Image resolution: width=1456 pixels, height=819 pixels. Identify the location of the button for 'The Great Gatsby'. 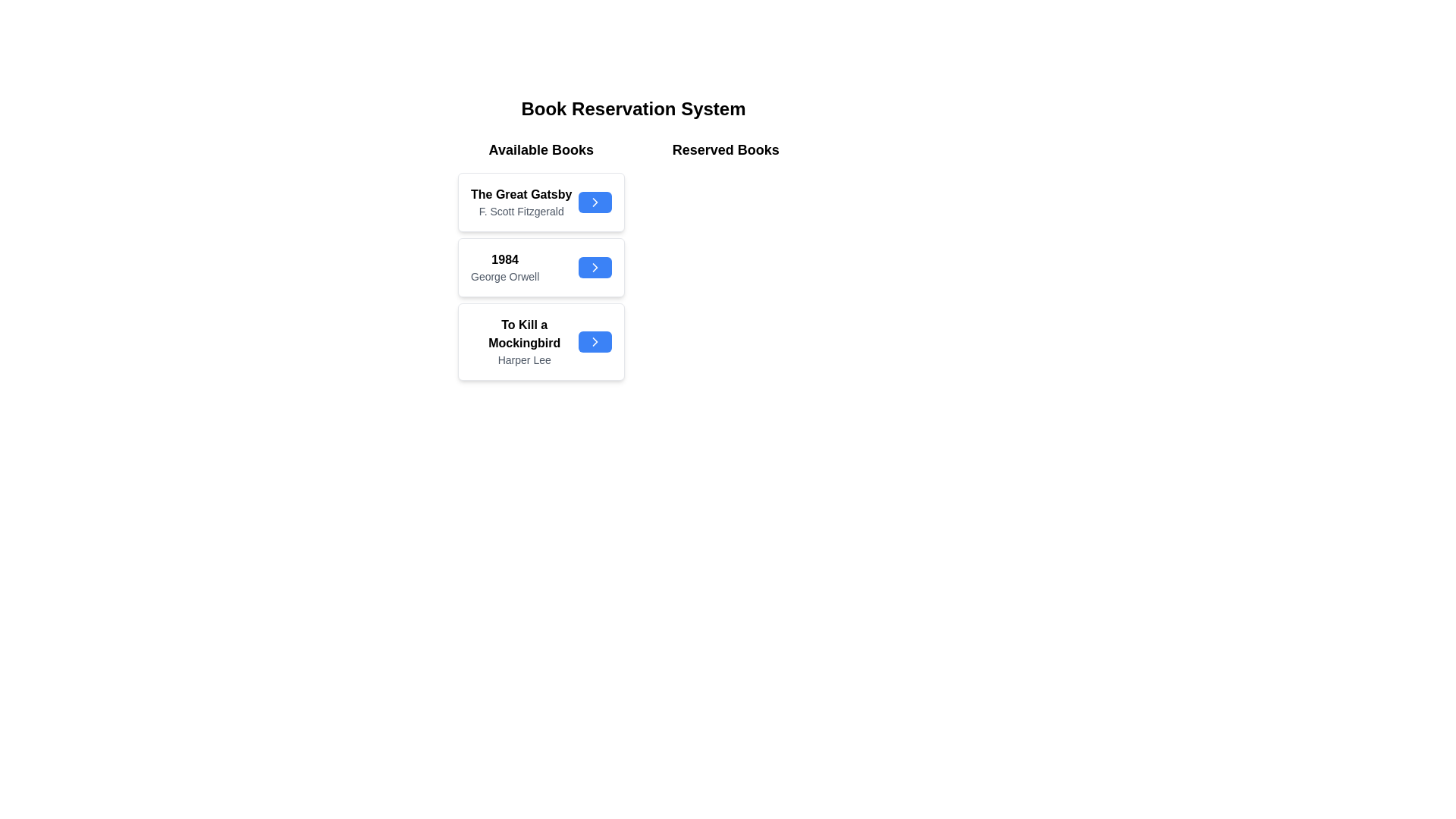
(594, 201).